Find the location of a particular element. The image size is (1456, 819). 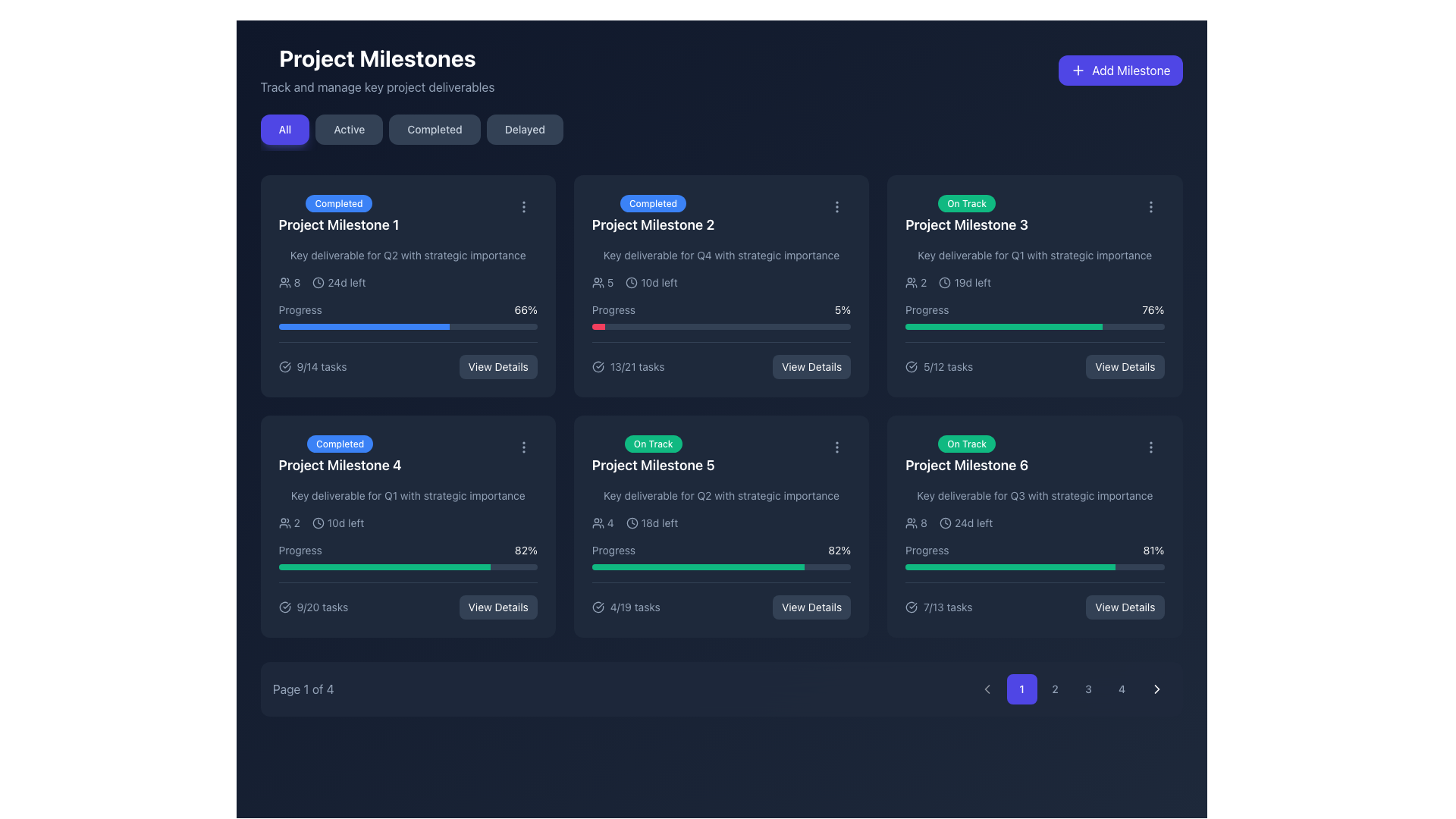

the vertical ellipsis icon located in the top-right corner of the 'Project Milestone 6' card is located at coordinates (1150, 447).